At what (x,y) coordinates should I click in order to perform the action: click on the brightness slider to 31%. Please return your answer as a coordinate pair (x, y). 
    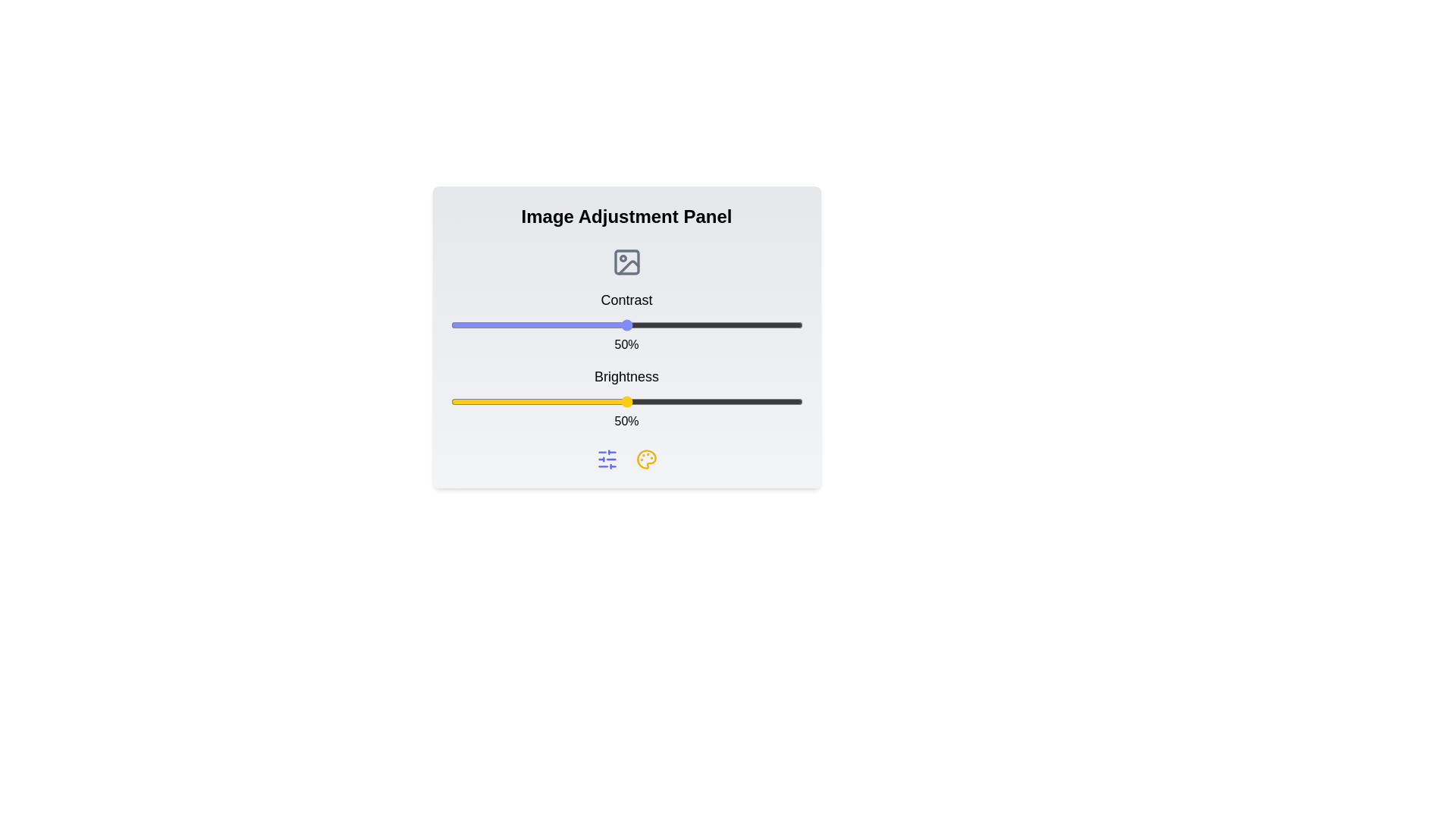
    Looking at the image, I should click on (559, 400).